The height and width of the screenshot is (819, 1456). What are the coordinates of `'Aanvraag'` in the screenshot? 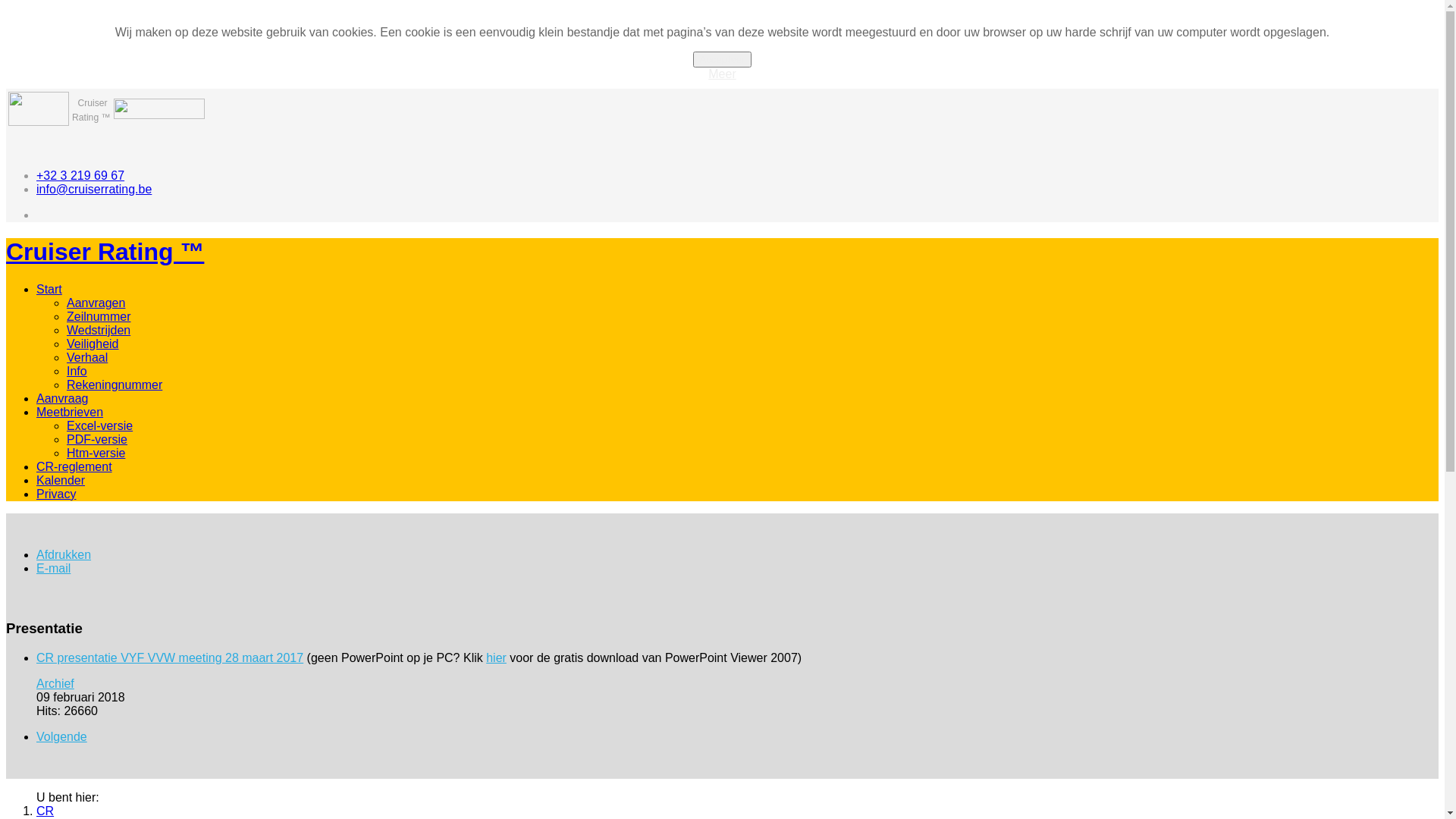 It's located at (61, 397).